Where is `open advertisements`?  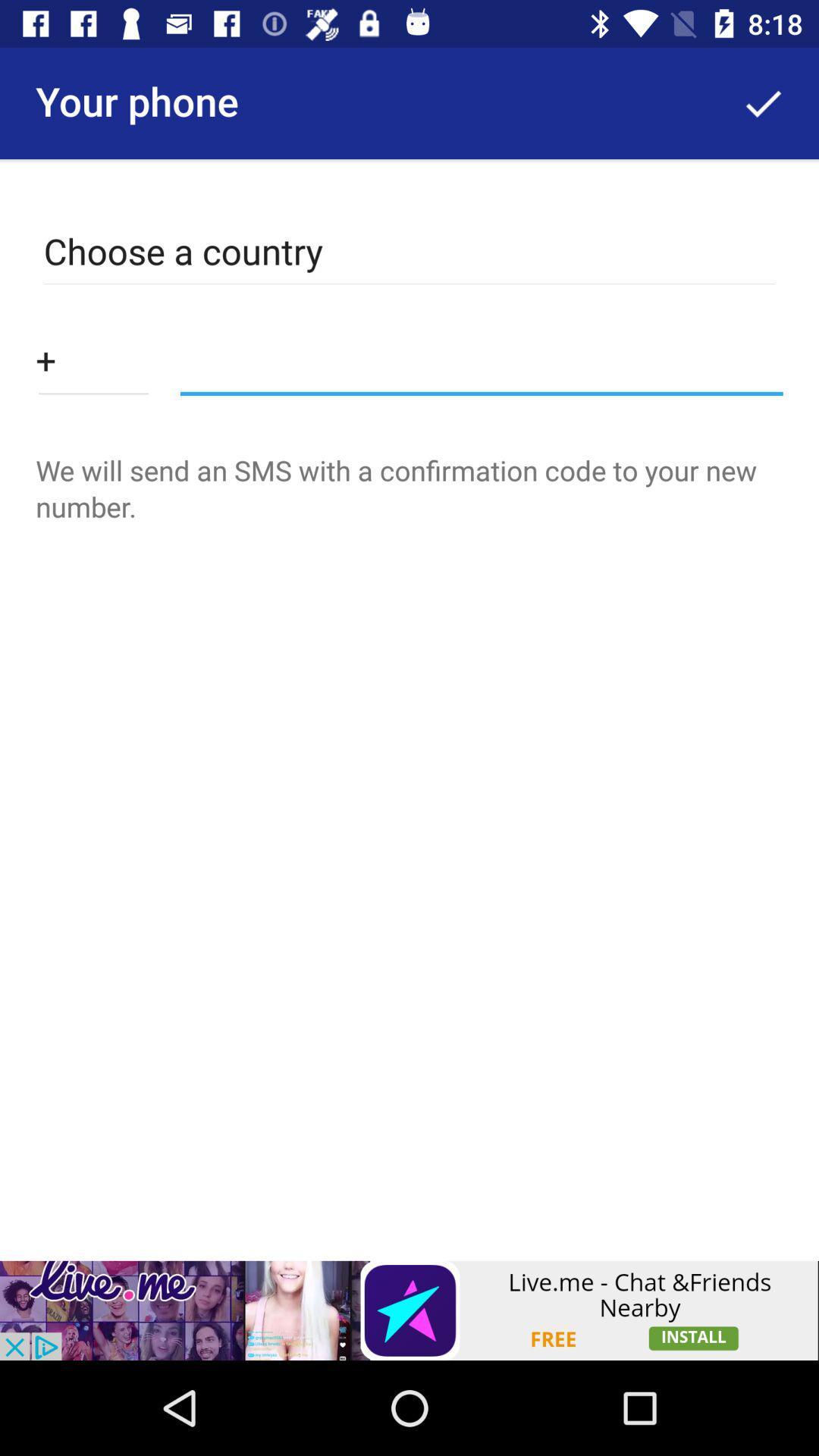 open advertisements is located at coordinates (409, 1310).